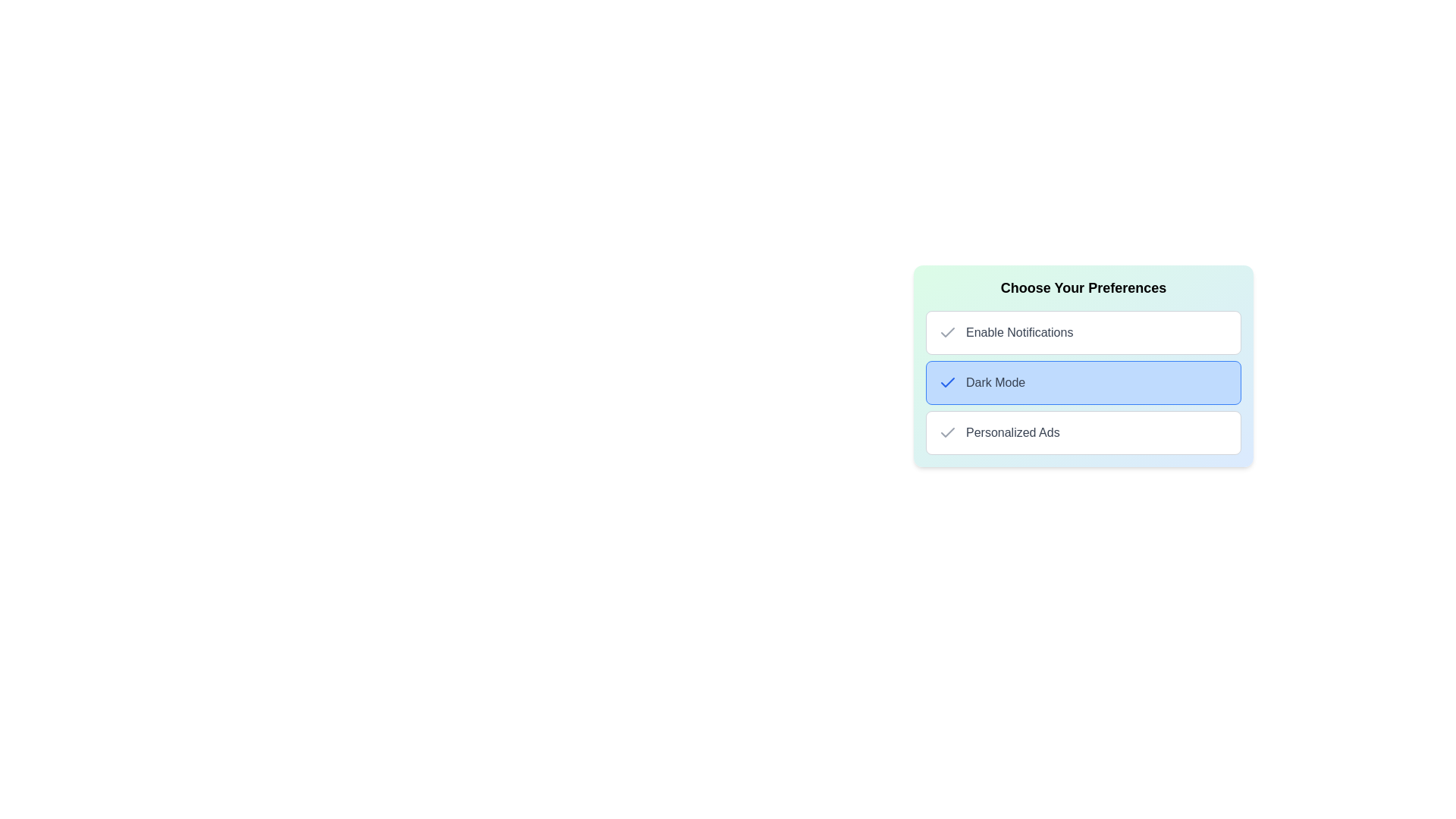 This screenshot has width=1456, height=819. I want to click on the checkbox for 'Enable Notifications' to check or uncheck it, so click(946, 332).